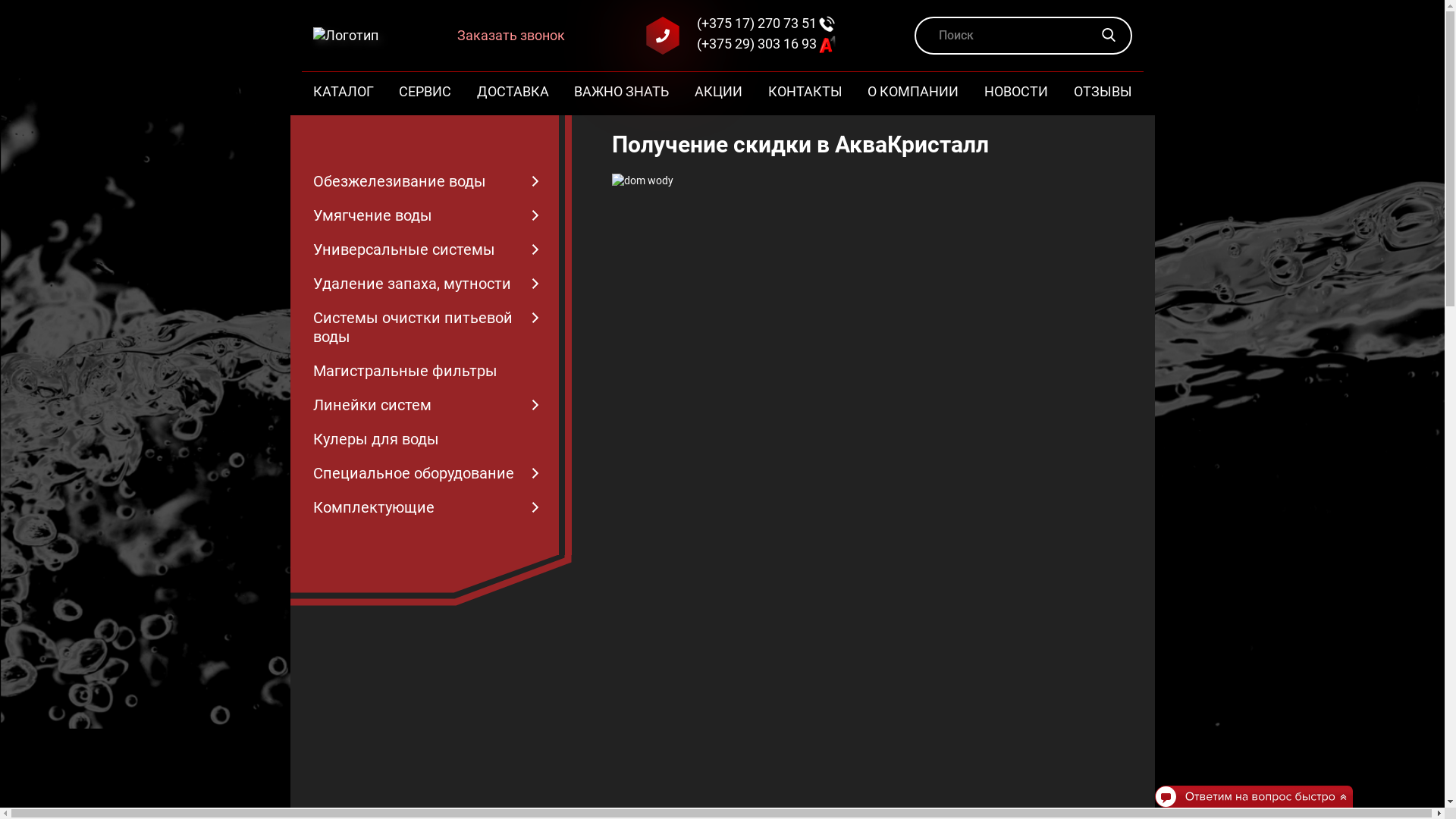 The image size is (1456, 819). Describe the element at coordinates (765, 43) in the screenshot. I see `'(+375 29) 303 16 93'` at that location.